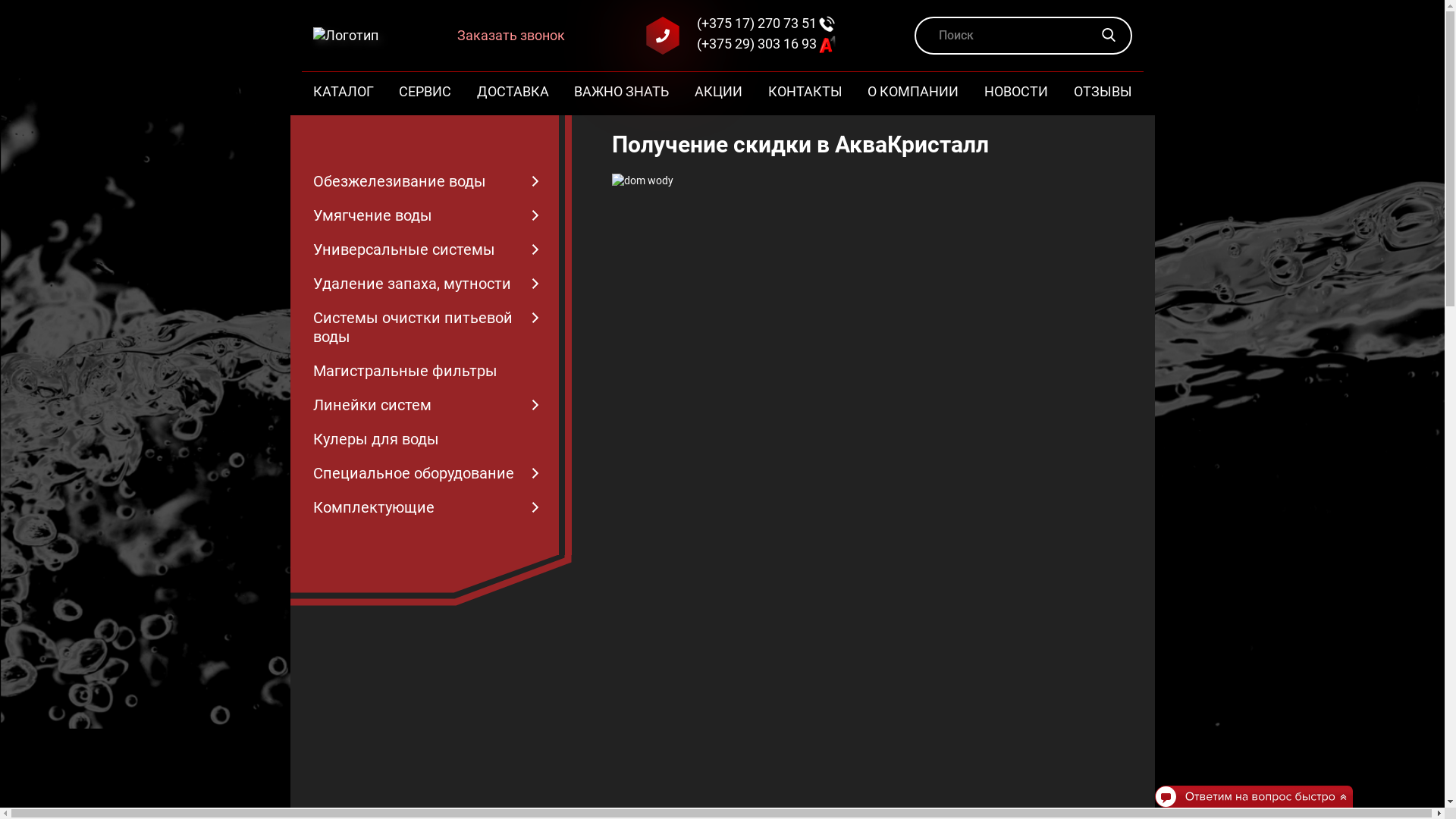 The image size is (1456, 819). Describe the element at coordinates (765, 43) in the screenshot. I see `'(+375 29) 303 16 93'` at that location.